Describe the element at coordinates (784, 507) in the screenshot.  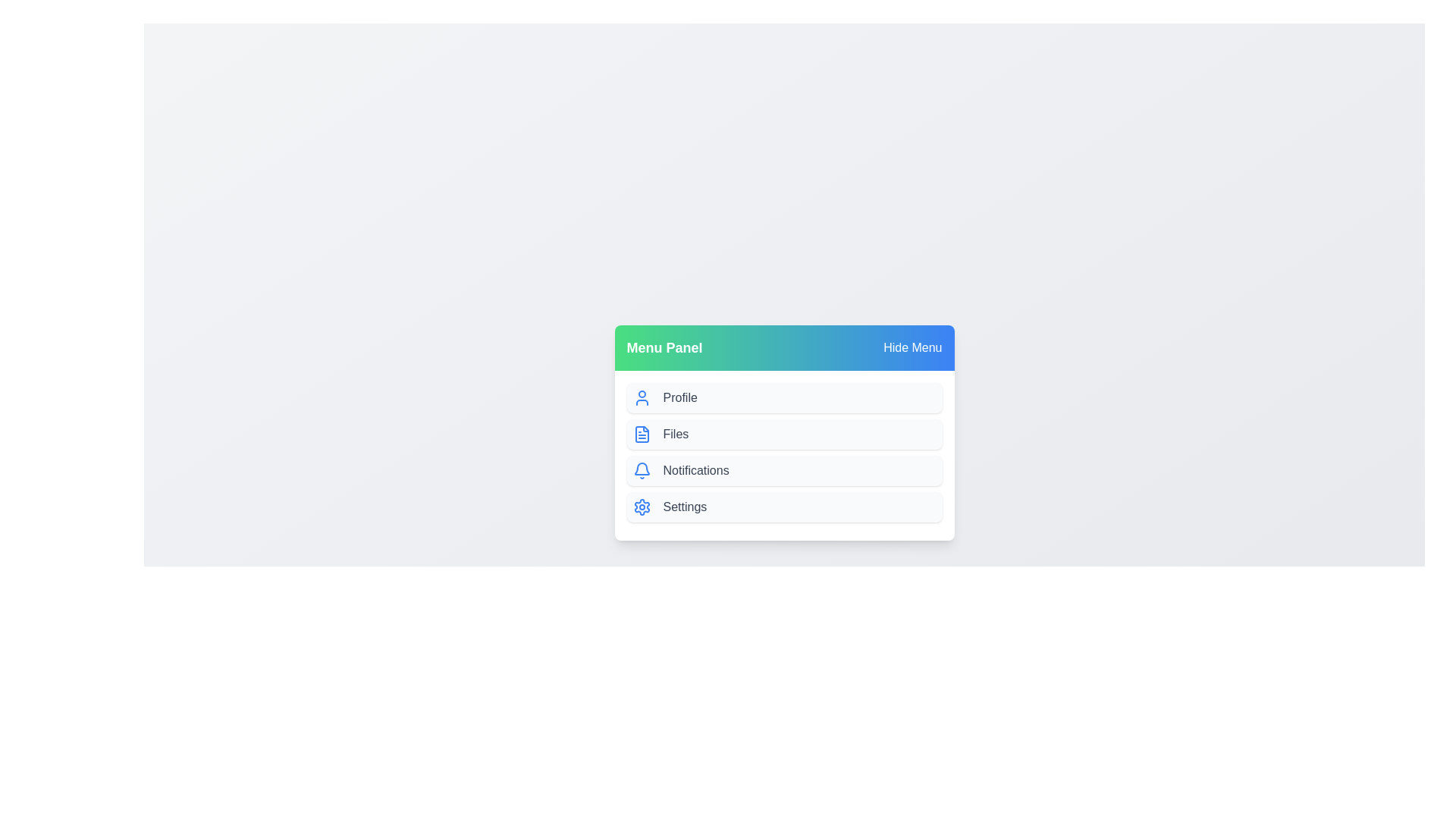
I see `the menu item Settings` at that location.